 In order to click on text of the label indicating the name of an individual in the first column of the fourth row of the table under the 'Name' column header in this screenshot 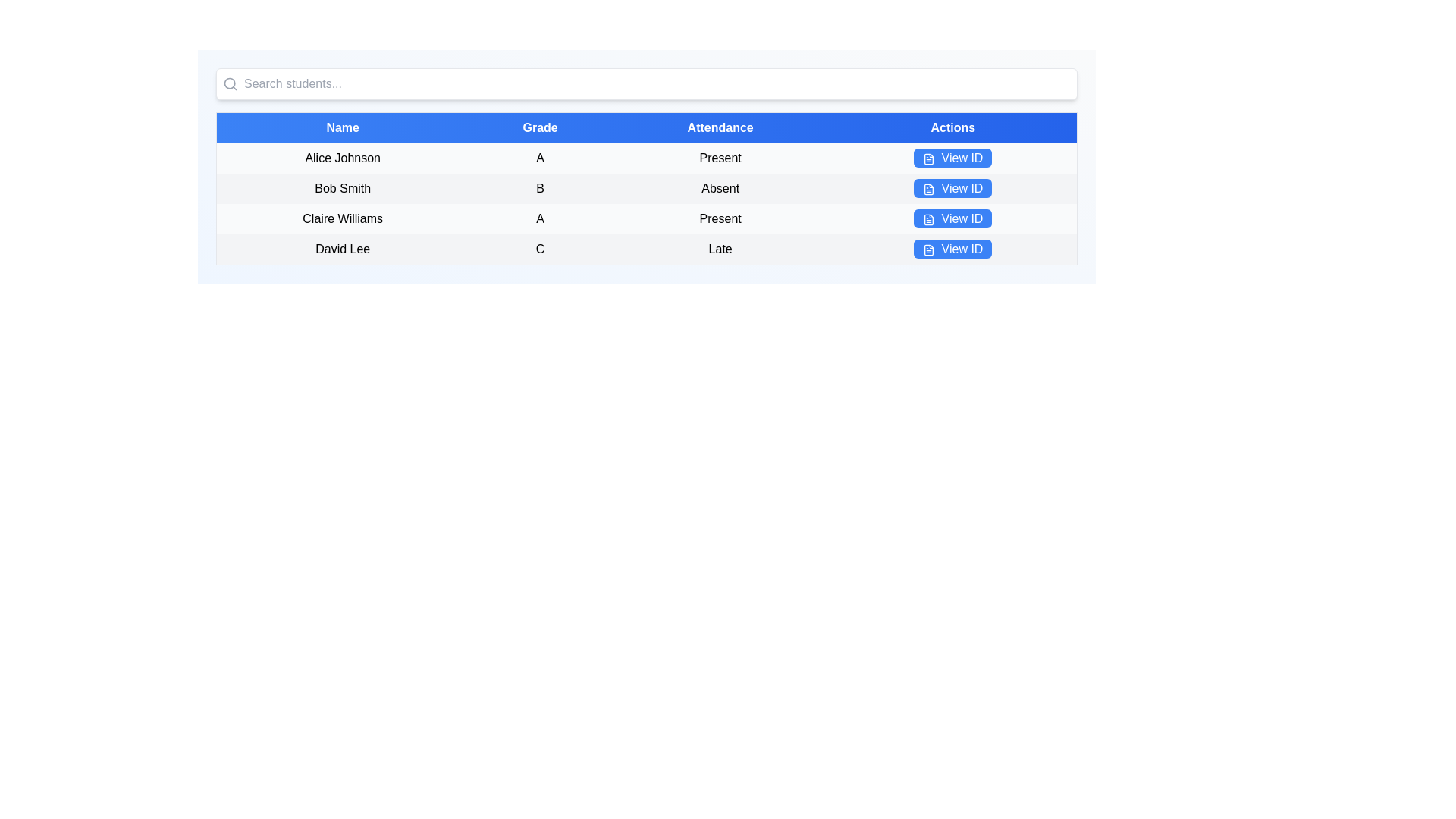, I will do `click(341, 249)`.